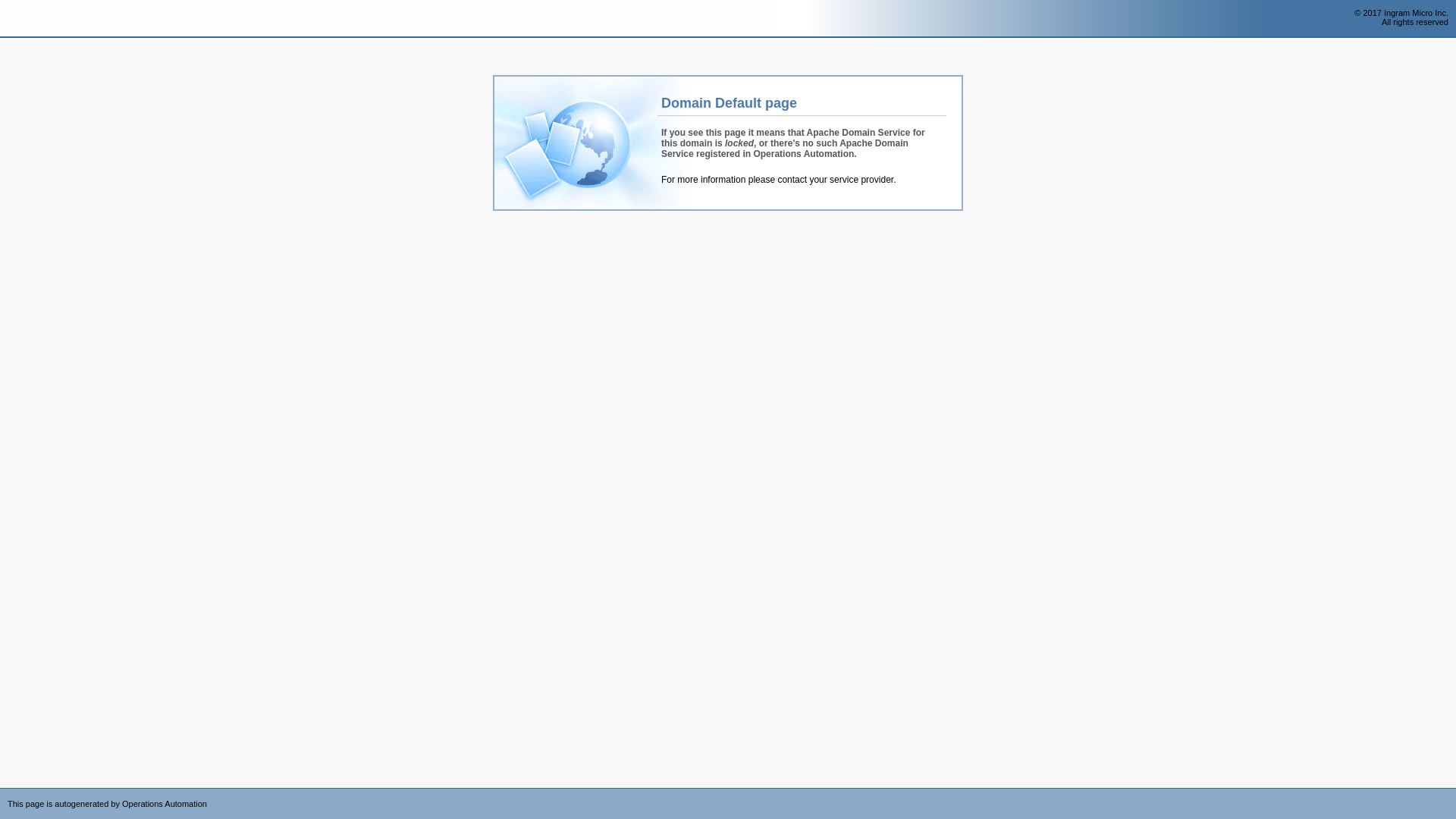 This screenshot has height=819, width=1456. What do you see at coordinates (39, 18) in the screenshot?
I see `'Operations Automation'` at bounding box center [39, 18].